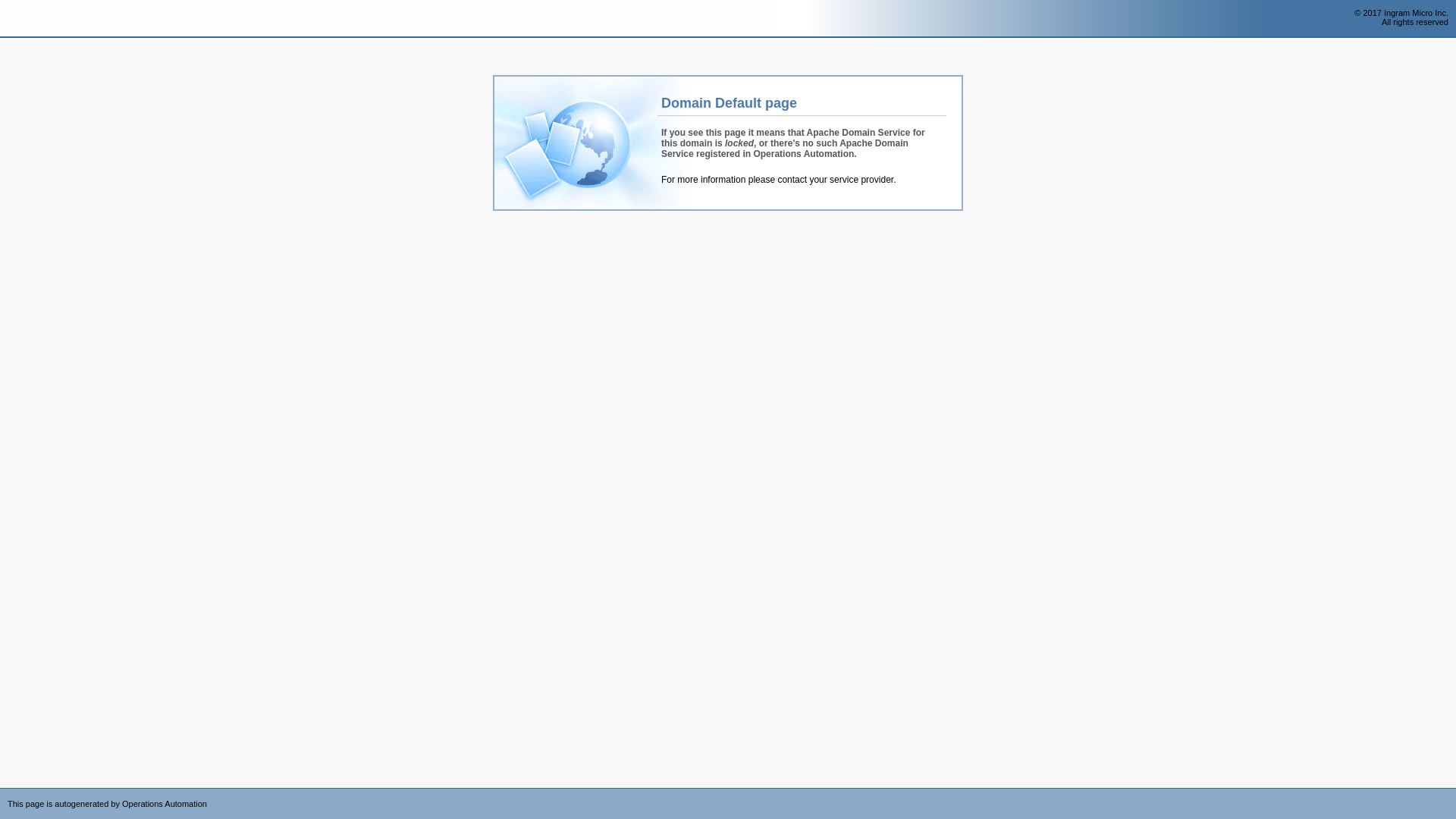 This screenshot has height=819, width=1456. What do you see at coordinates (39, 18) in the screenshot?
I see `'Operations Automation'` at bounding box center [39, 18].